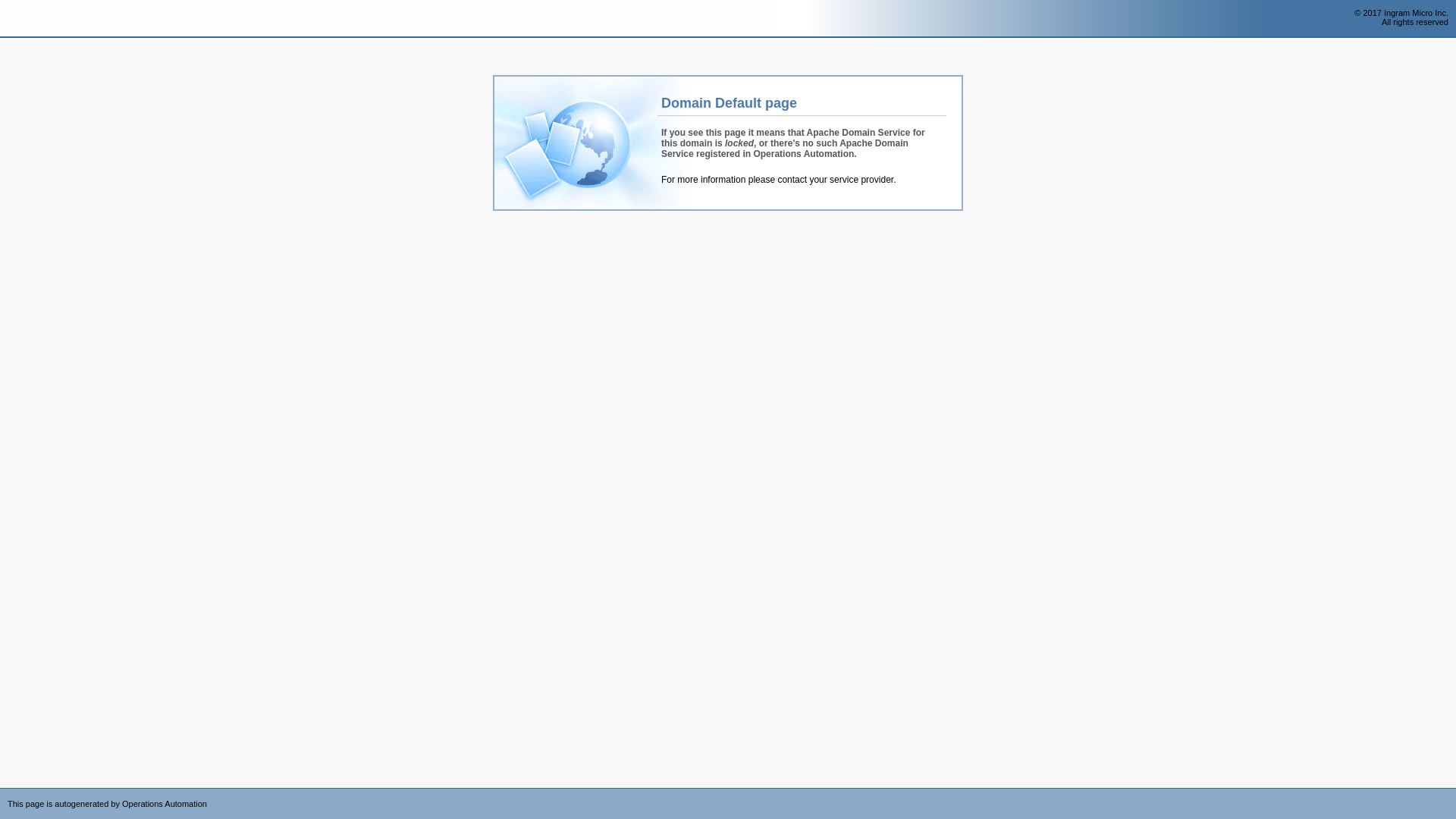 This screenshot has height=819, width=1456. What do you see at coordinates (39, 18) in the screenshot?
I see `'Operations Automation'` at bounding box center [39, 18].